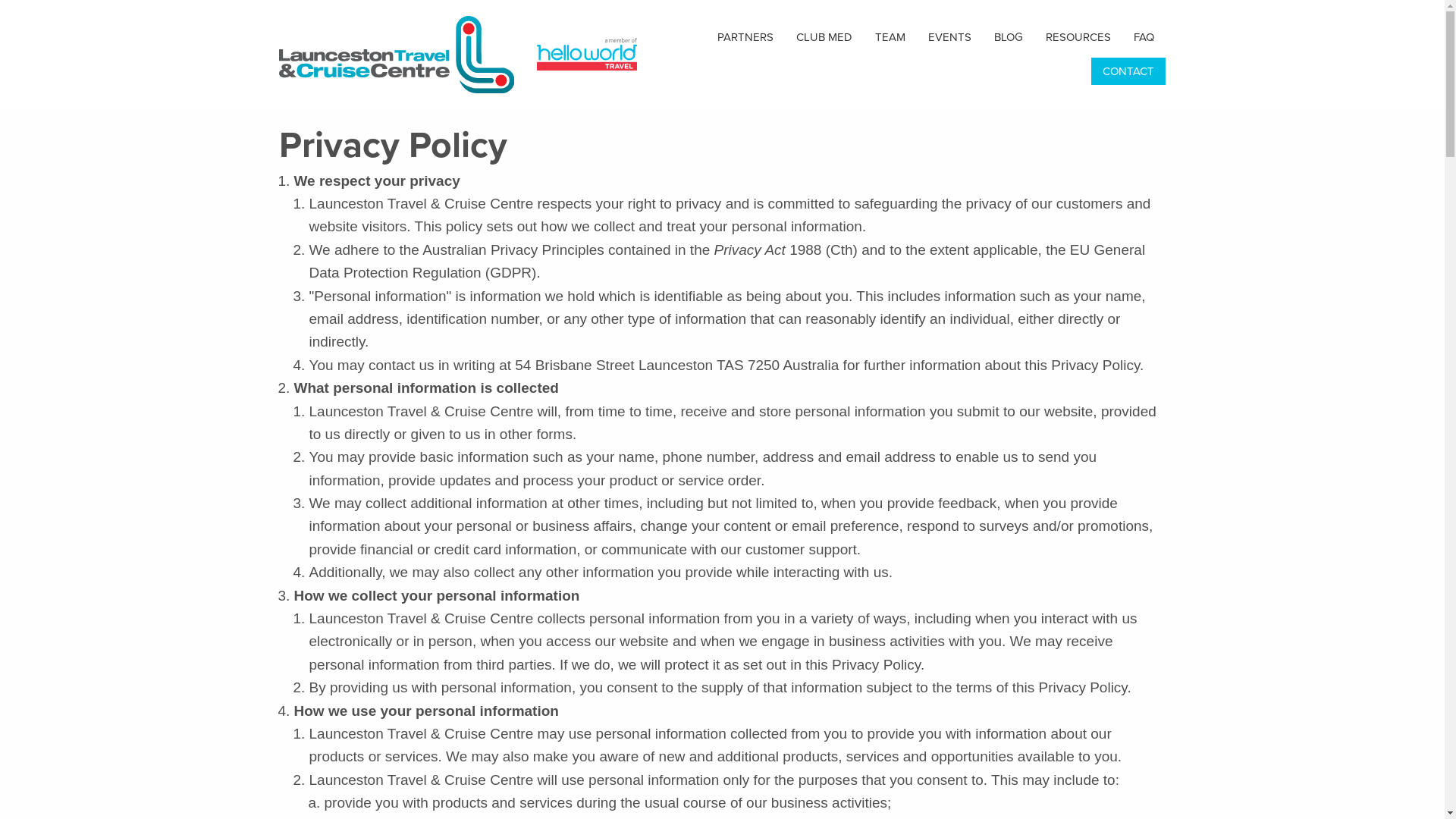  What do you see at coordinates (823, 36) in the screenshot?
I see `'CLUB MED'` at bounding box center [823, 36].